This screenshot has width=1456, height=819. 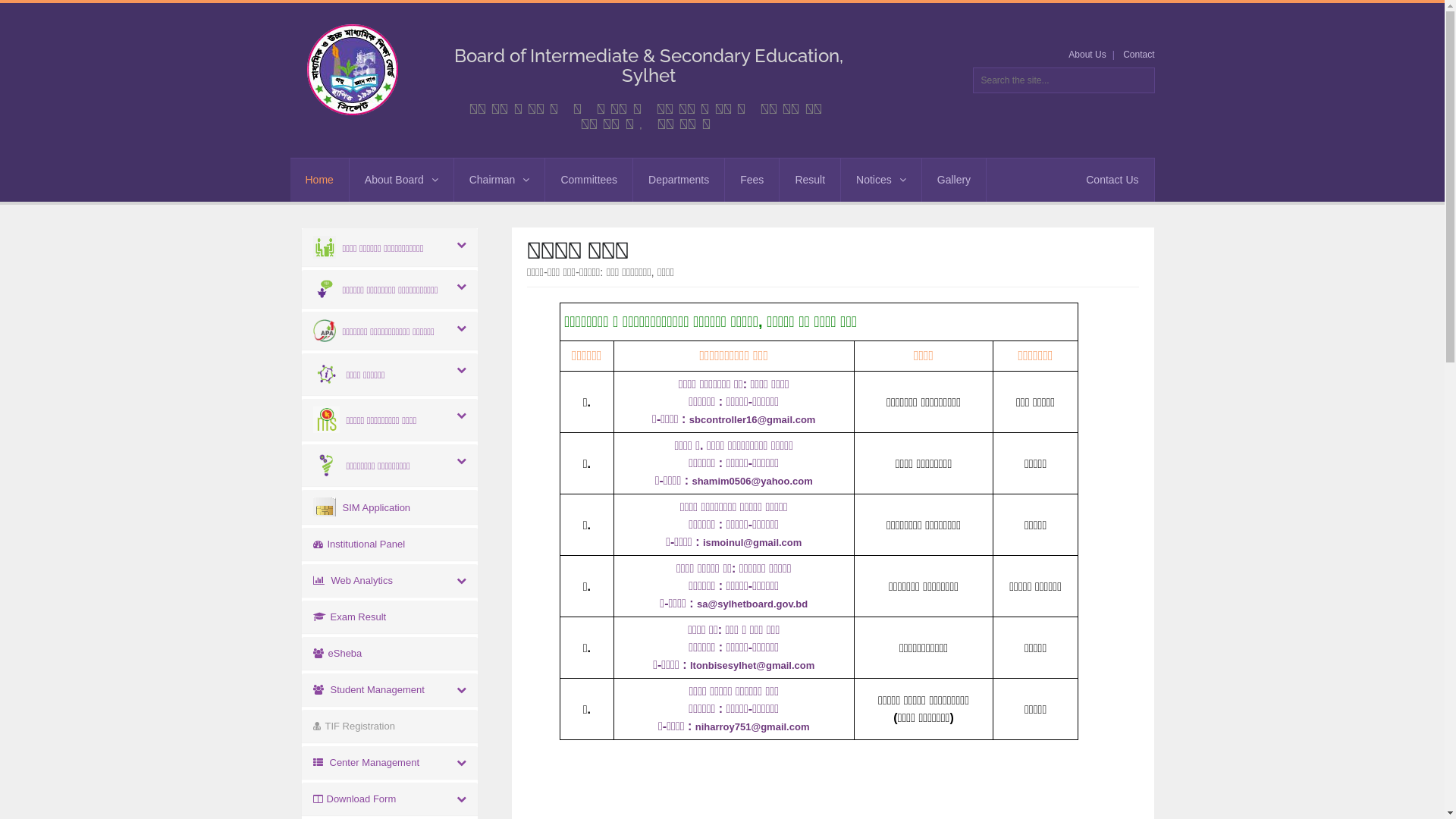 I want to click on 'About Board', so click(x=401, y=179).